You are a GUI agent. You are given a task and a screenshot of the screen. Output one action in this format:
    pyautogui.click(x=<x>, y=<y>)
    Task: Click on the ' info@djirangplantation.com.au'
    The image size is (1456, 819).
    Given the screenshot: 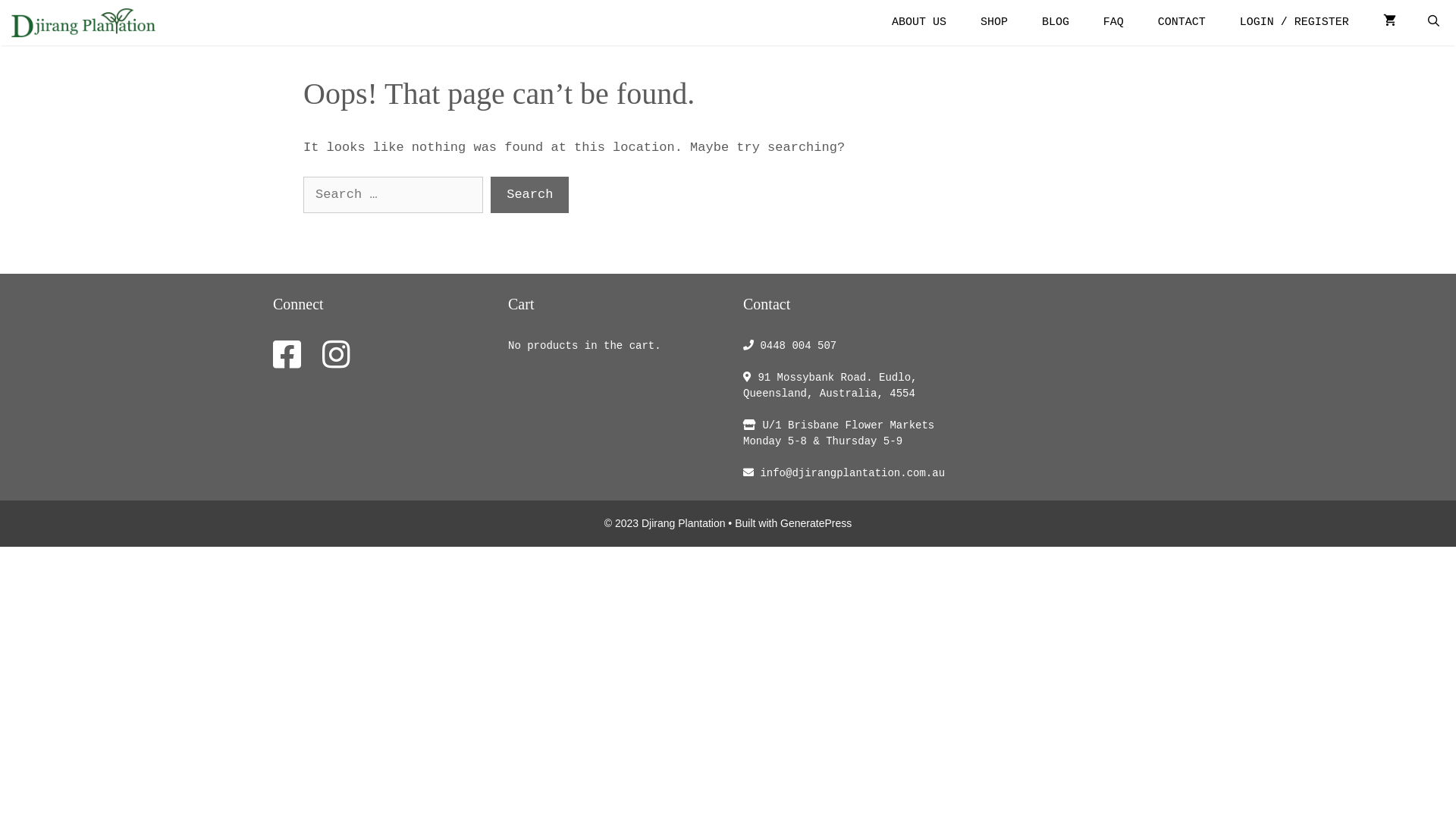 What is the action you would take?
    pyautogui.click(x=848, y=472)
    